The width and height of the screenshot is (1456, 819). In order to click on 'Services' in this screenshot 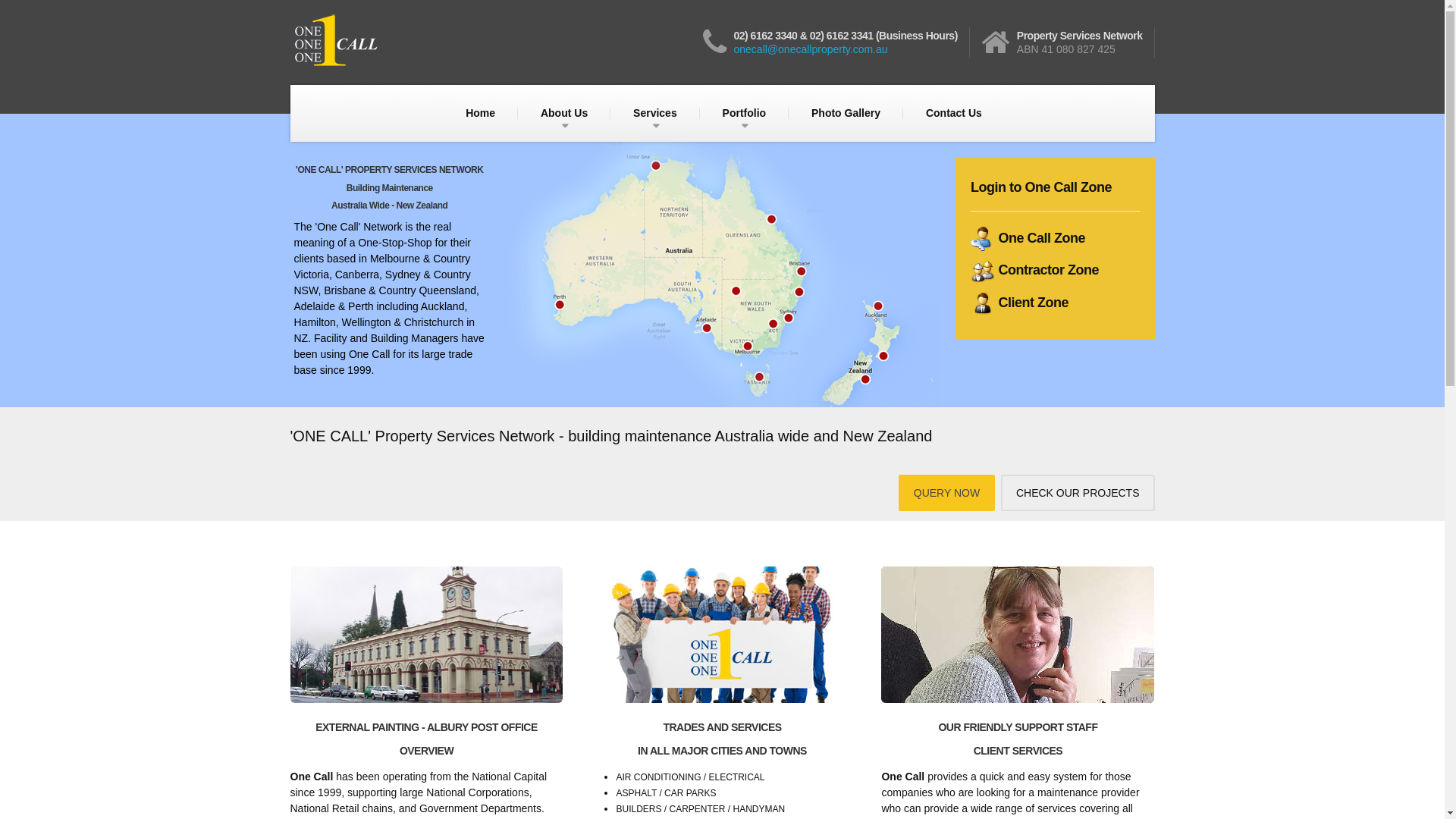, I will do `click(655, 112)`.